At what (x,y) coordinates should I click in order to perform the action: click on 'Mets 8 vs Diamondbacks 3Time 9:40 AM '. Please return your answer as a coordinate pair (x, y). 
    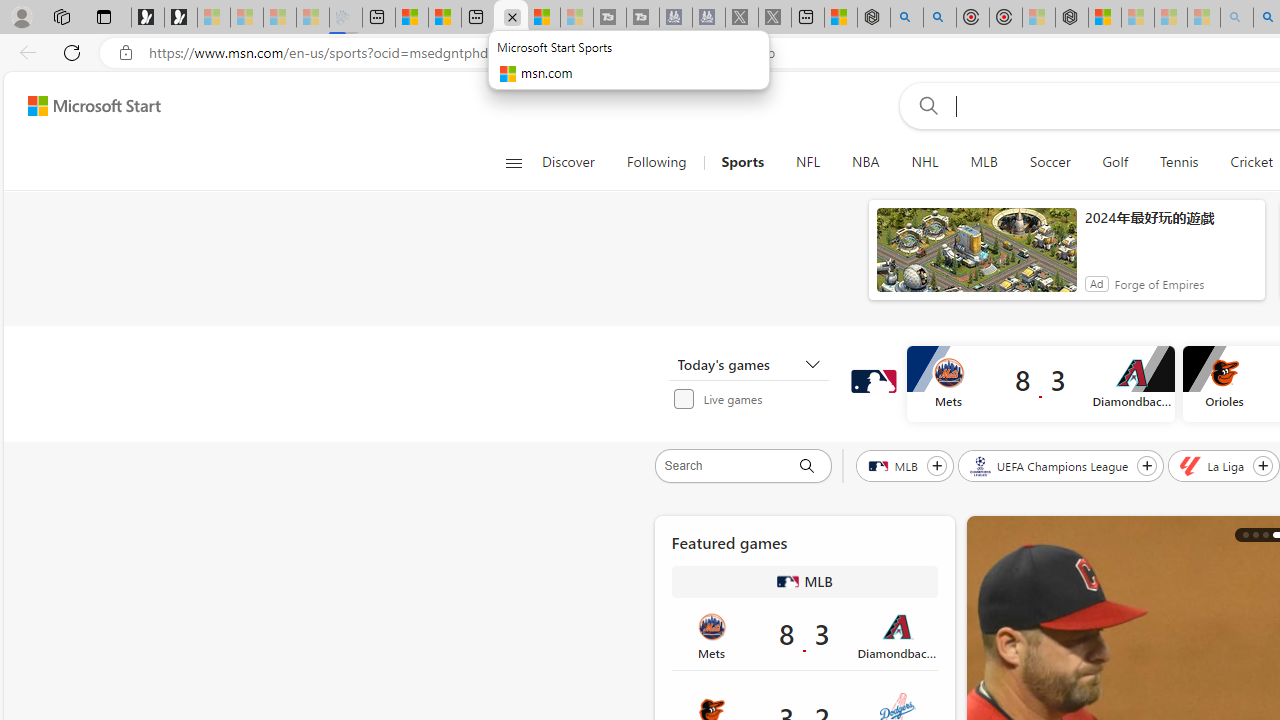
    Looking at the image, I should click on (804, 635).